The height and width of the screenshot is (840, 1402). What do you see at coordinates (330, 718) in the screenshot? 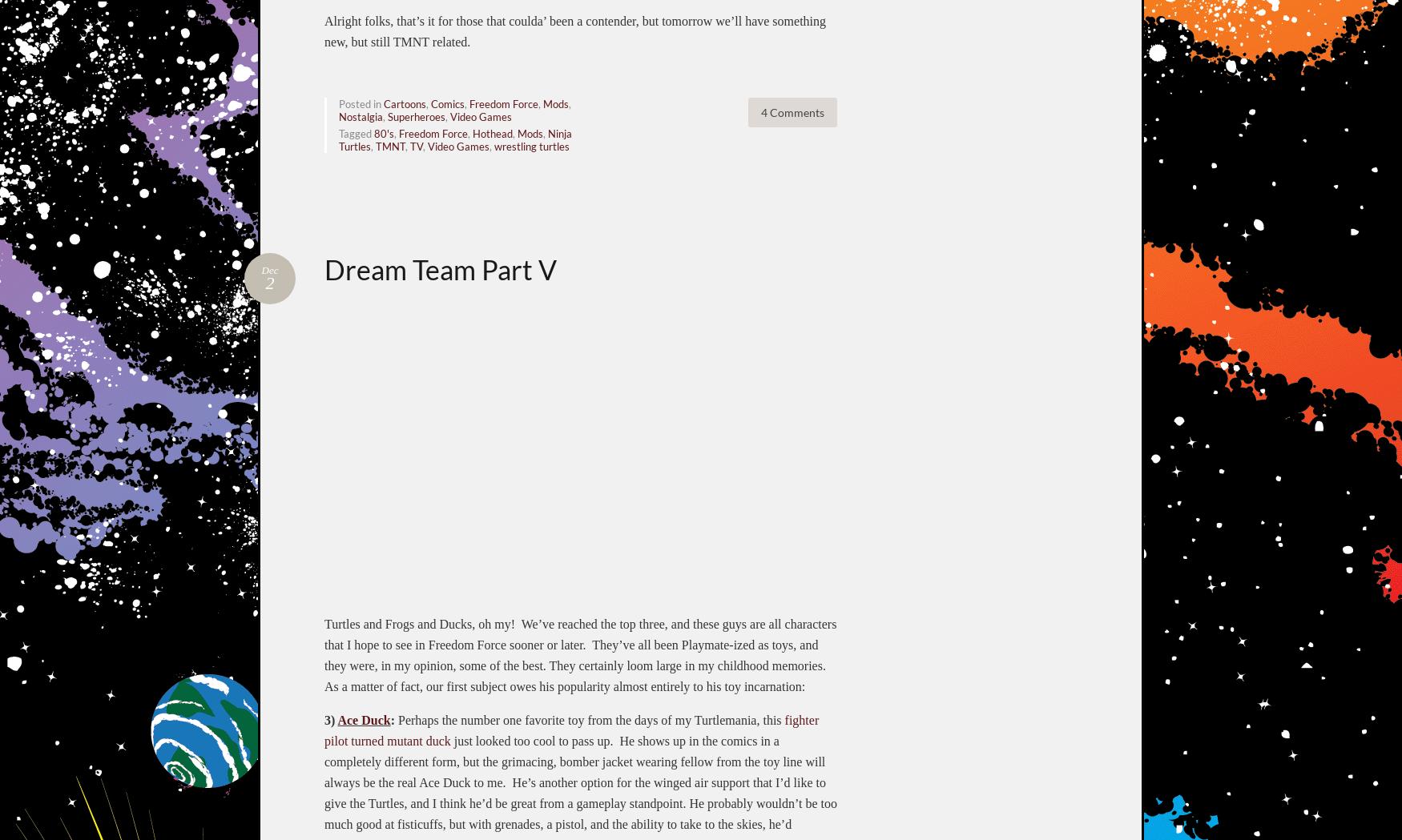
I see `'3)'` at bounding box center [330, 718].